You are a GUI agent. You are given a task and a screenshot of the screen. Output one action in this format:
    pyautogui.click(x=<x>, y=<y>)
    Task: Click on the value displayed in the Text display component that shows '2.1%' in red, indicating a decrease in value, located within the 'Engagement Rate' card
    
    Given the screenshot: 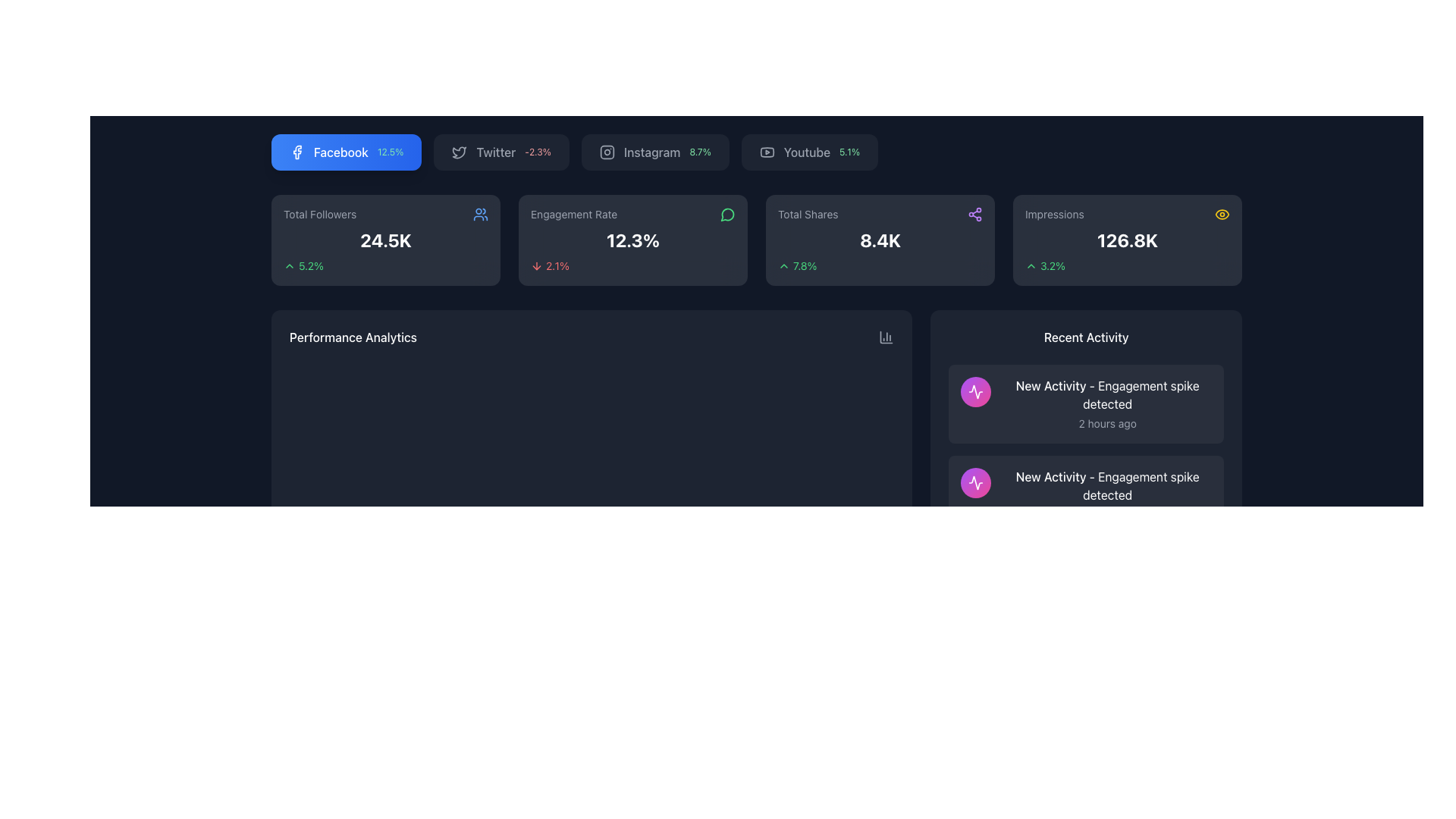 What is the action you would take?
    pyautogui.click(x=557, y=265)
    